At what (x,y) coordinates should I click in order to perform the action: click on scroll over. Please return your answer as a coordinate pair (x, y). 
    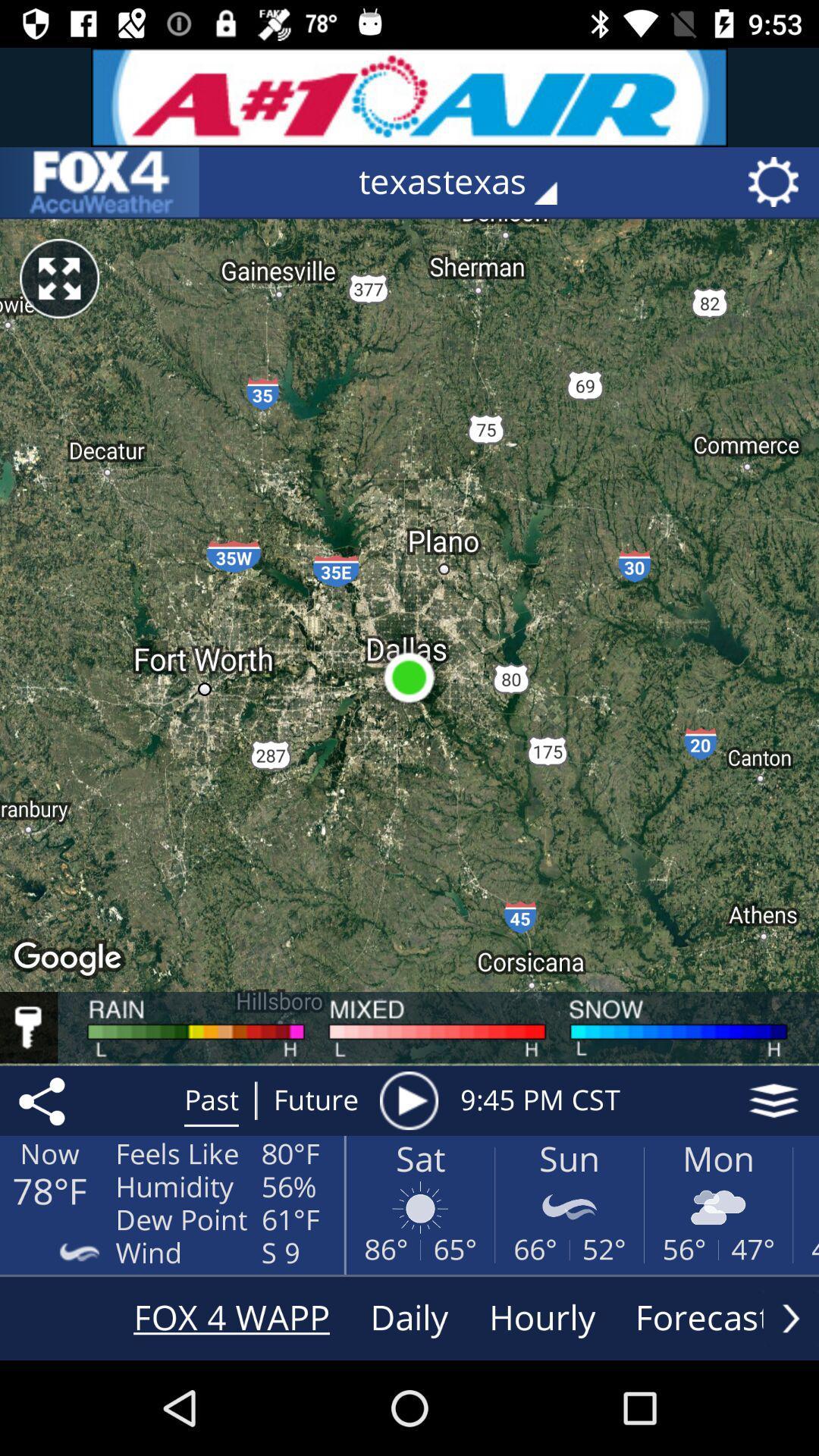
    Looking at the image, I should click on (790, 1317).